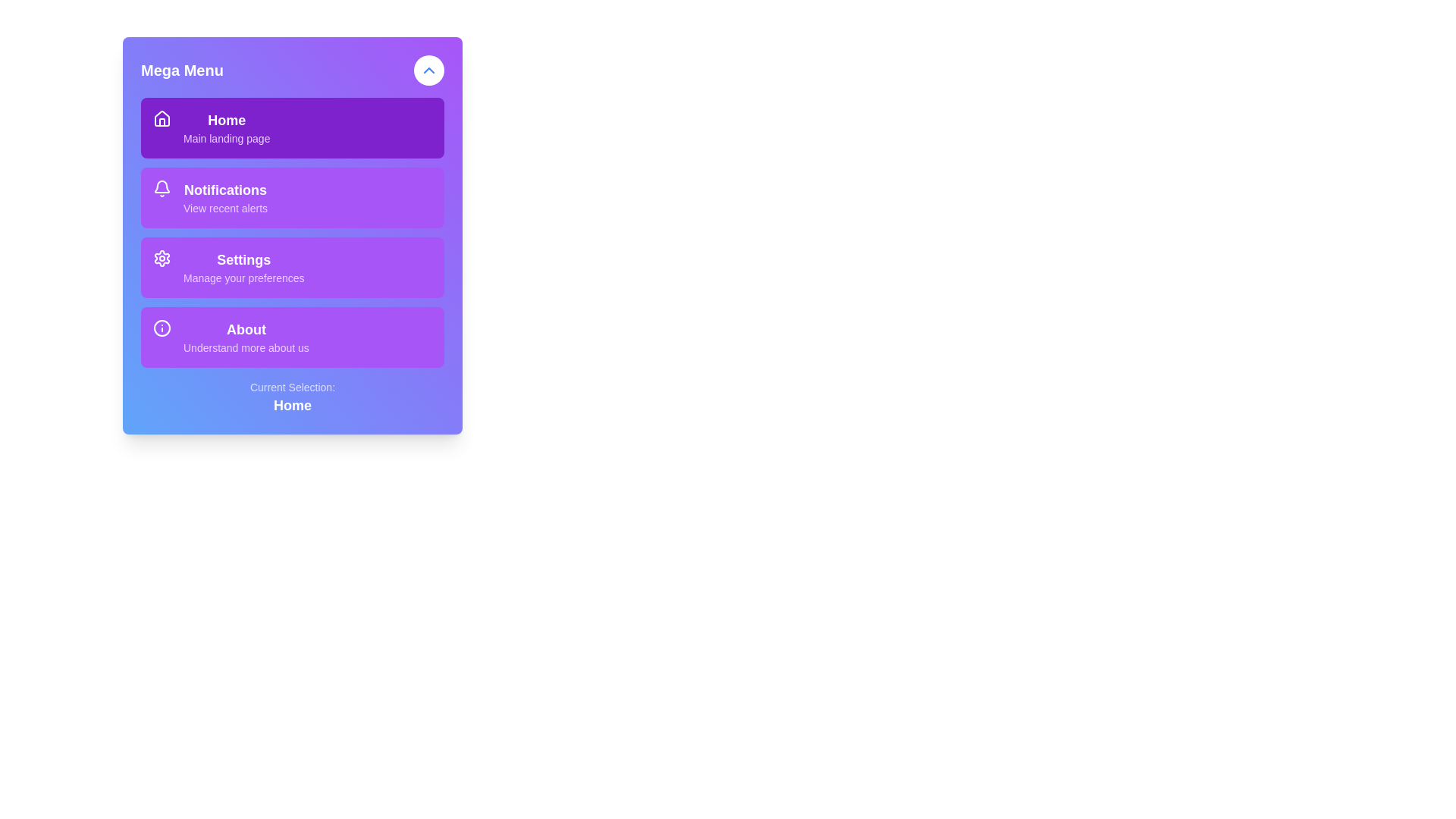 Image resolution: width=1456 pixels, height=819 pixels. What do you see at coordinates (224, 208) in the screenshot?
I see `the text label displaying 'View recent alerts' in a light purple color, located within the 'Notifications' section of the vertical menu` at bounding box center [224, 208].